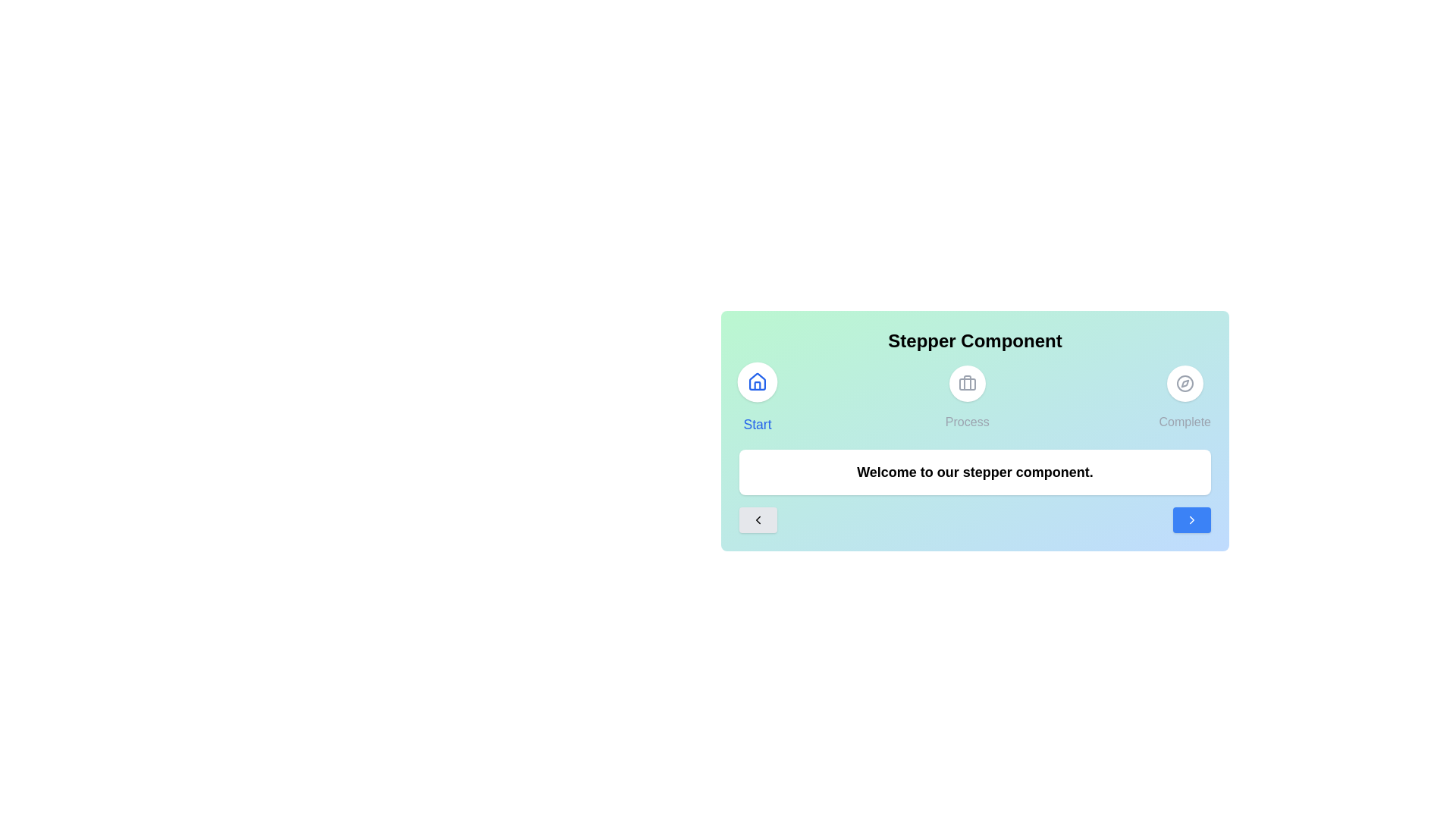 This screenshot has height=819, width=1456. Describe the element at coordinates (757, 397) in the screenshot. I see `the step icon labeled Start` at that location.